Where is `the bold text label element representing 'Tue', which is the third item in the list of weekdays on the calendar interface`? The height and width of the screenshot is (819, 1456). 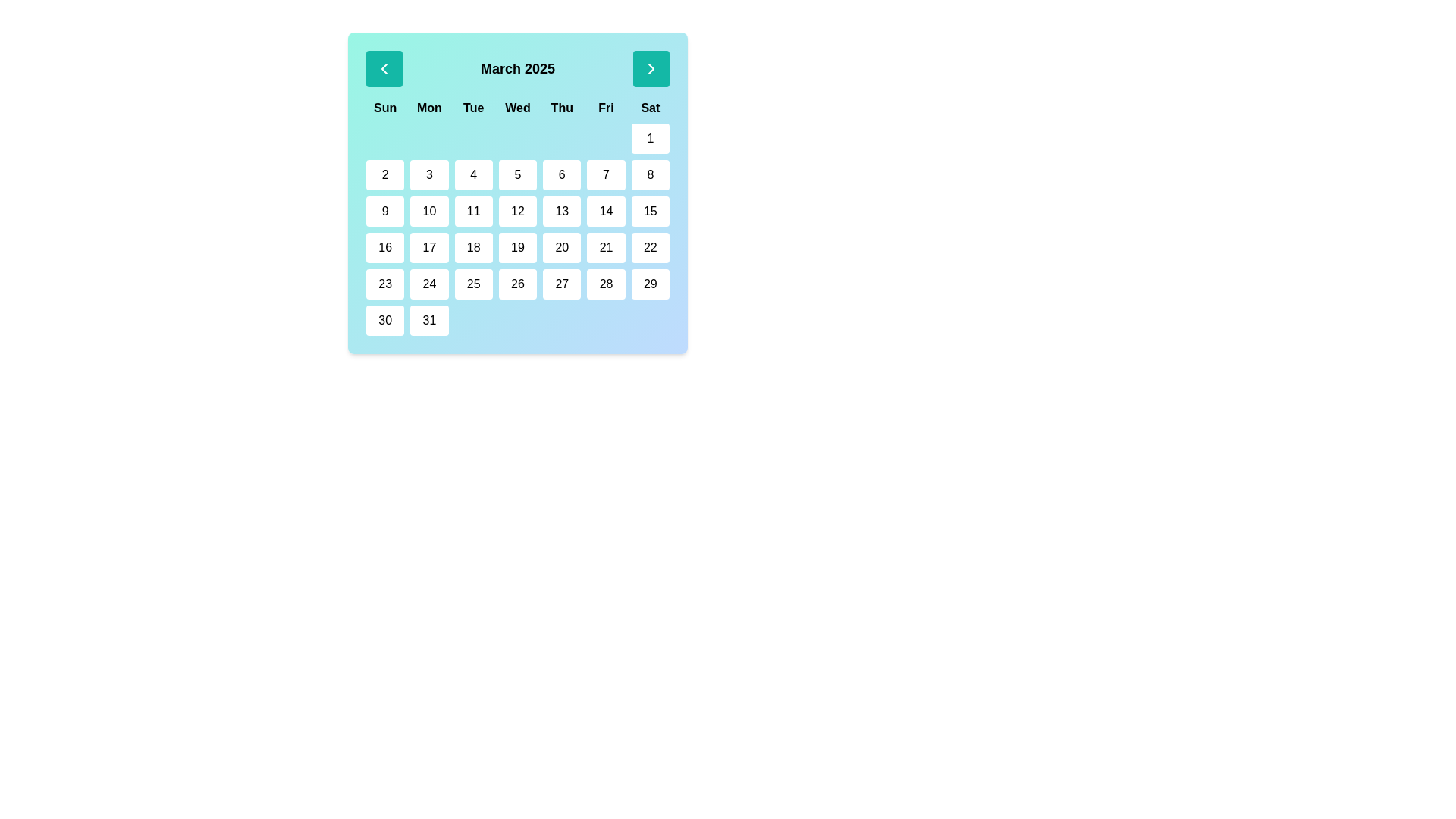 the bold text label element representing 'Tue', which is the third item in the list of weekdays on the calendar interface is located at coordinates (472, 107).